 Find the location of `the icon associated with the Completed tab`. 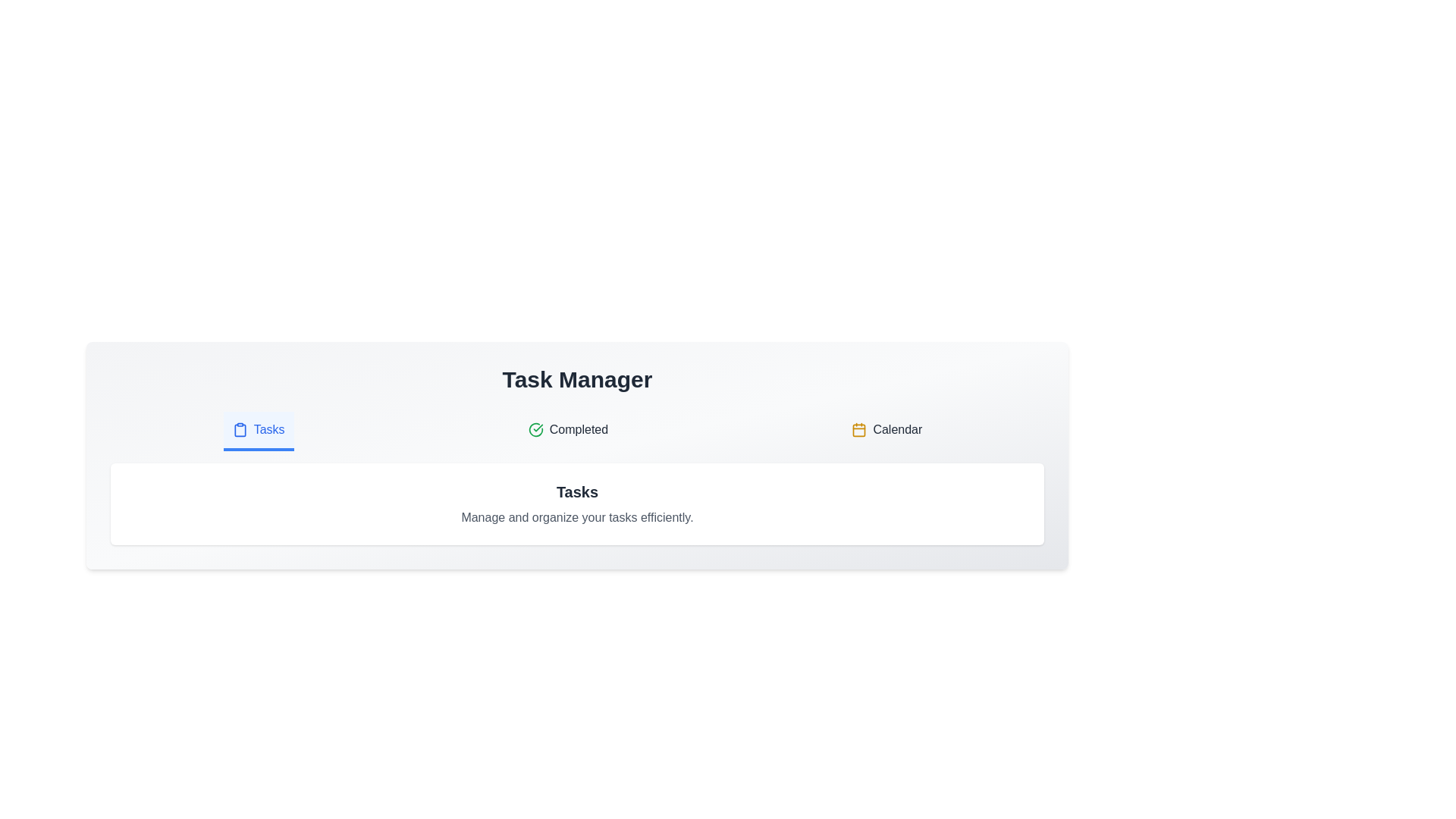

the icon associated with the Completed tab is located at coordinates (535, 430).